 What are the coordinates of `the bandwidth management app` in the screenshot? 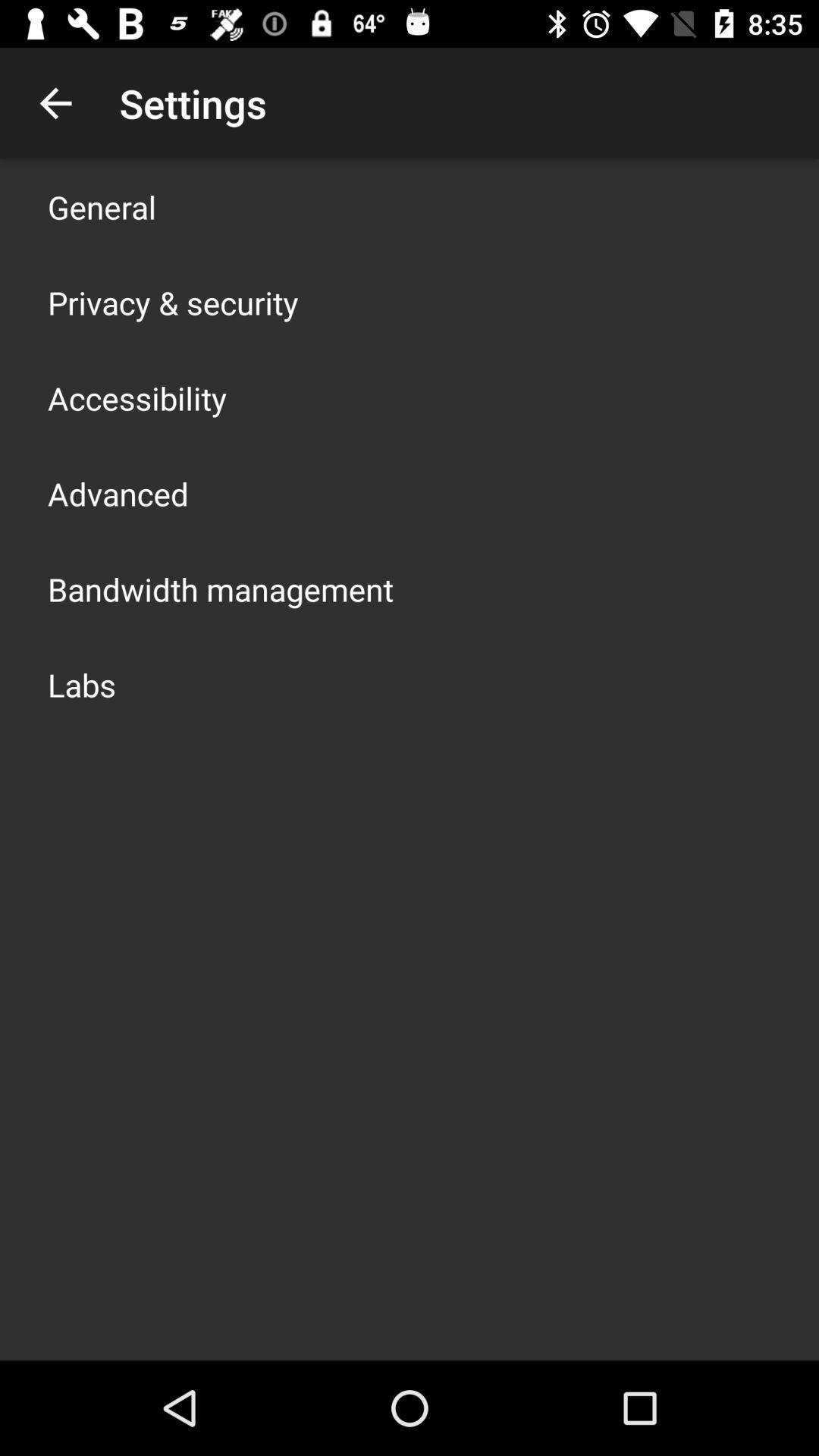 It's located at (220, 588).